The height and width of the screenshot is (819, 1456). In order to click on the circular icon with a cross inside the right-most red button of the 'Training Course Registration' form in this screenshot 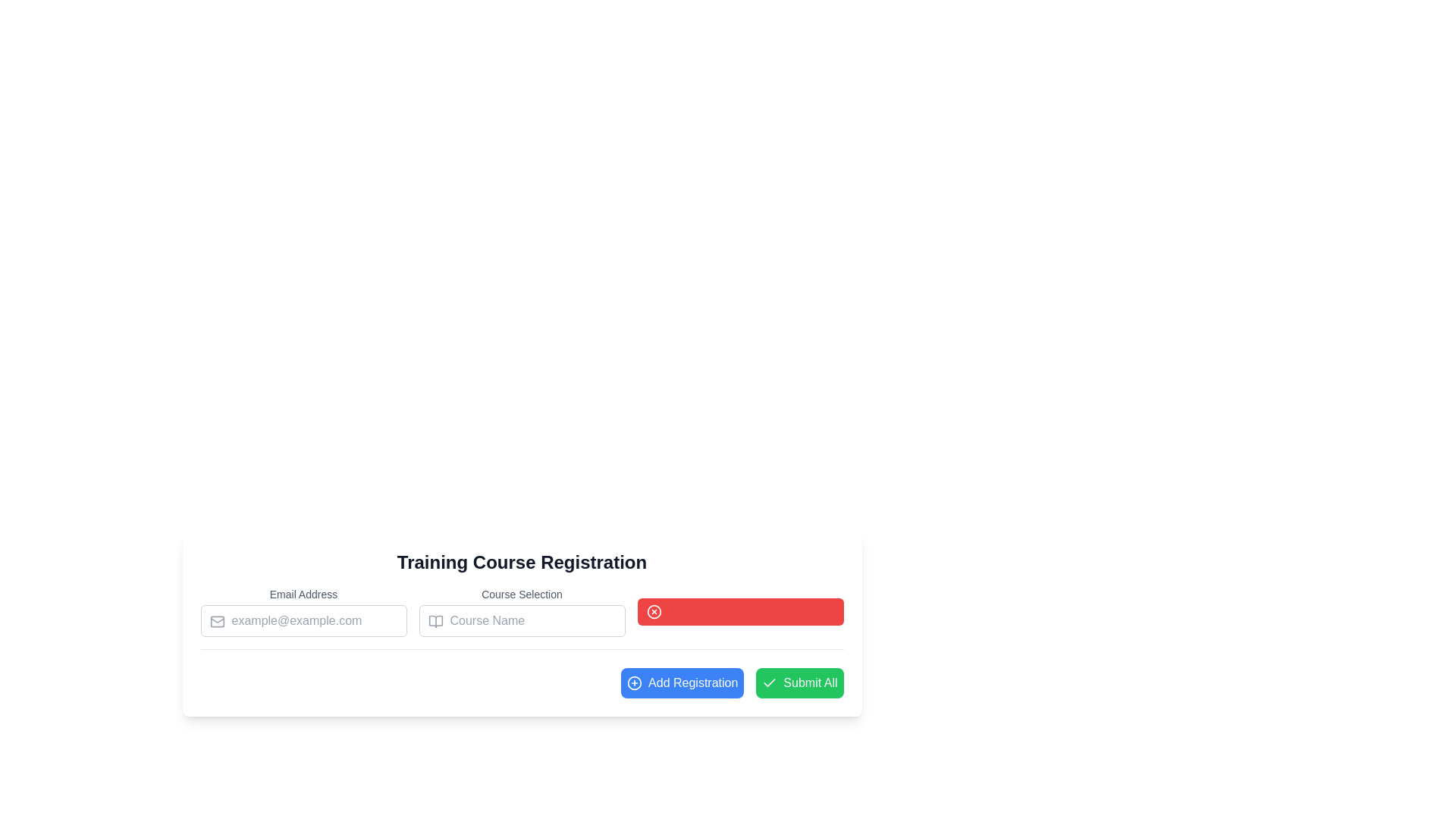, I will do `click(654, 610)`.